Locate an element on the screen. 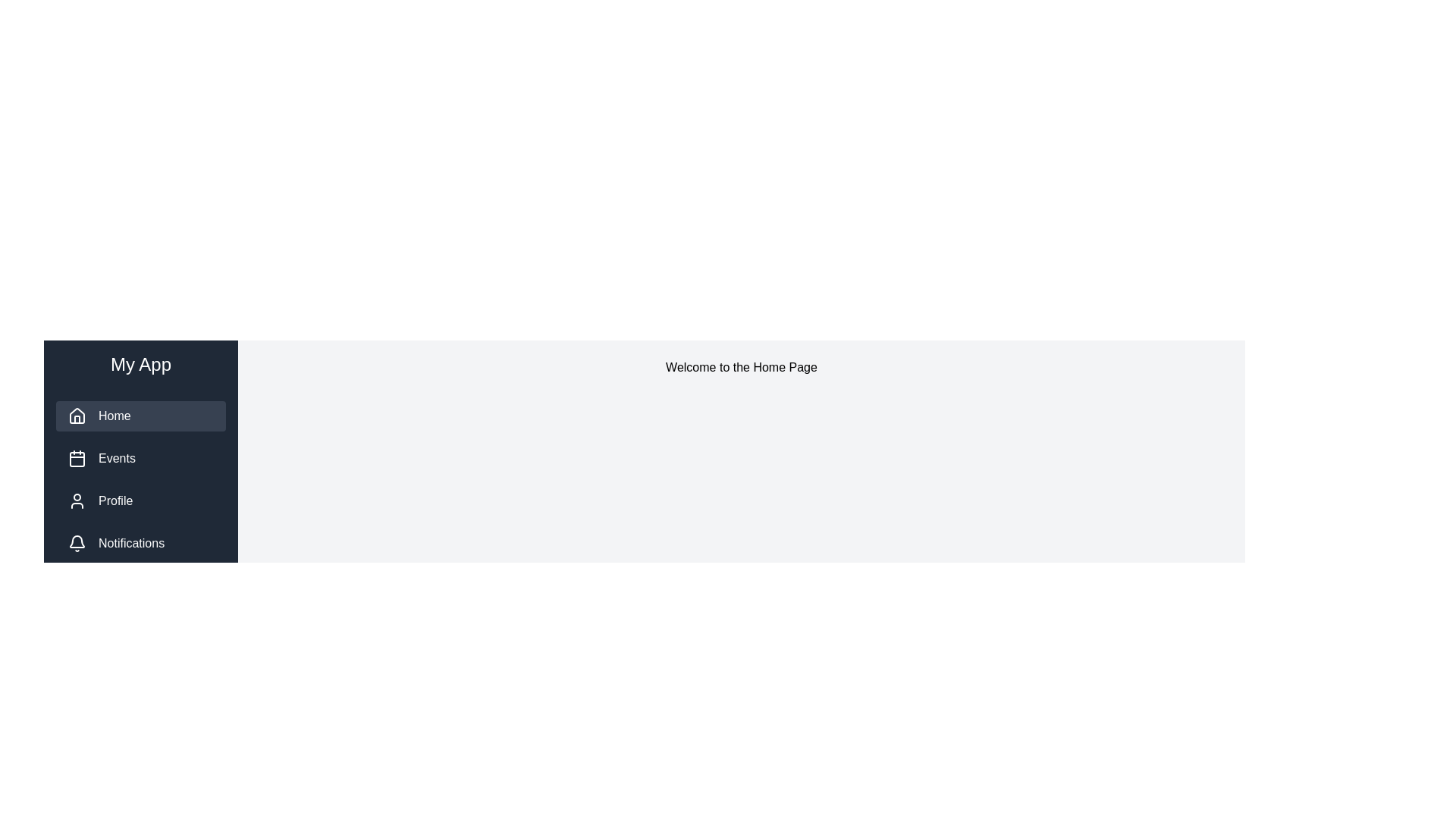 The image size is (1456, 819). the 'Events' label in the navigation menu is located at coordinates (116, 458).